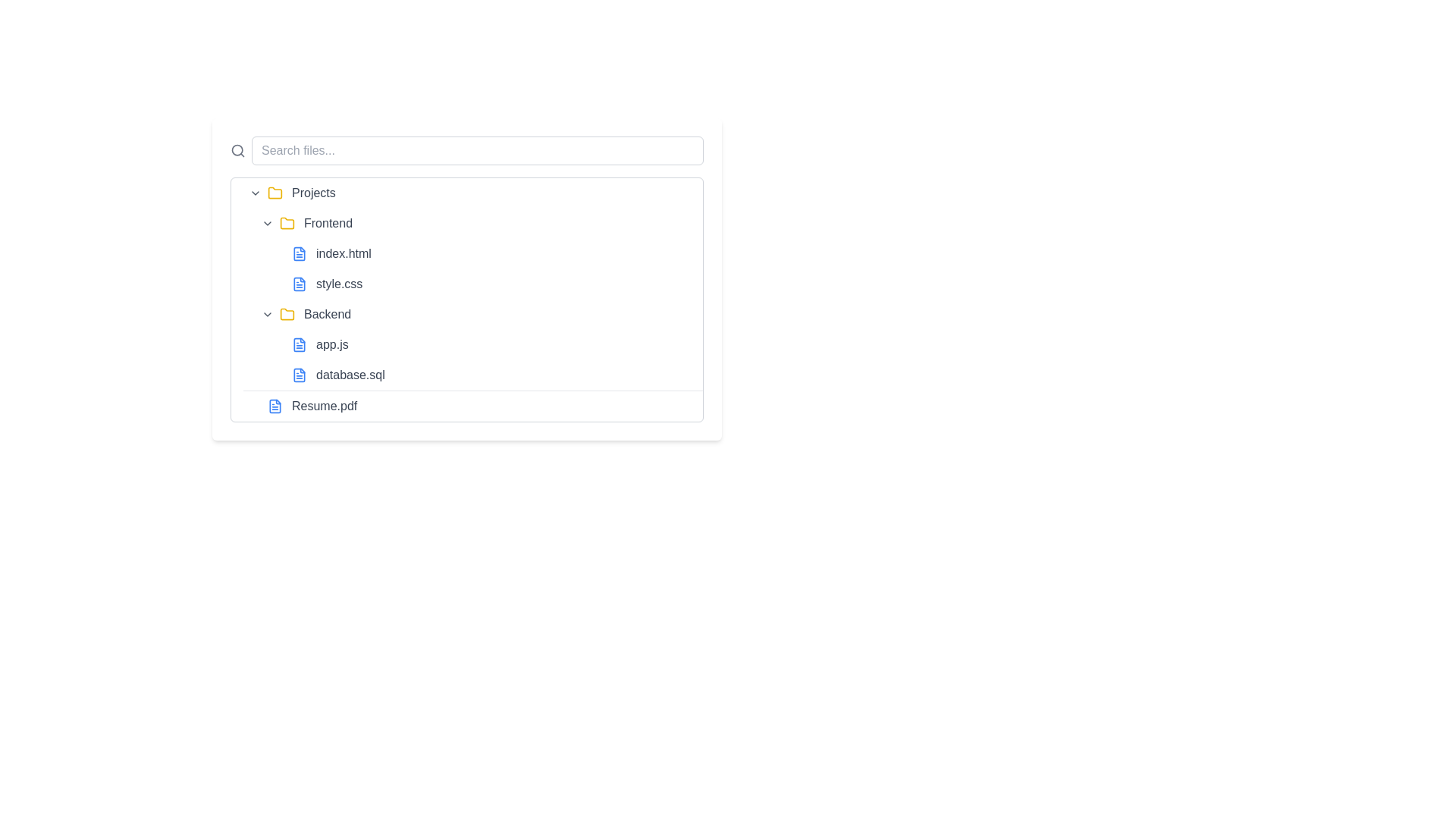 The width and height of the screenshot is (1456, 819). I want to click on the folder icon with a yellow outline located to the left of the text 'Projects' in the file navigation interface, so click(275, 192).